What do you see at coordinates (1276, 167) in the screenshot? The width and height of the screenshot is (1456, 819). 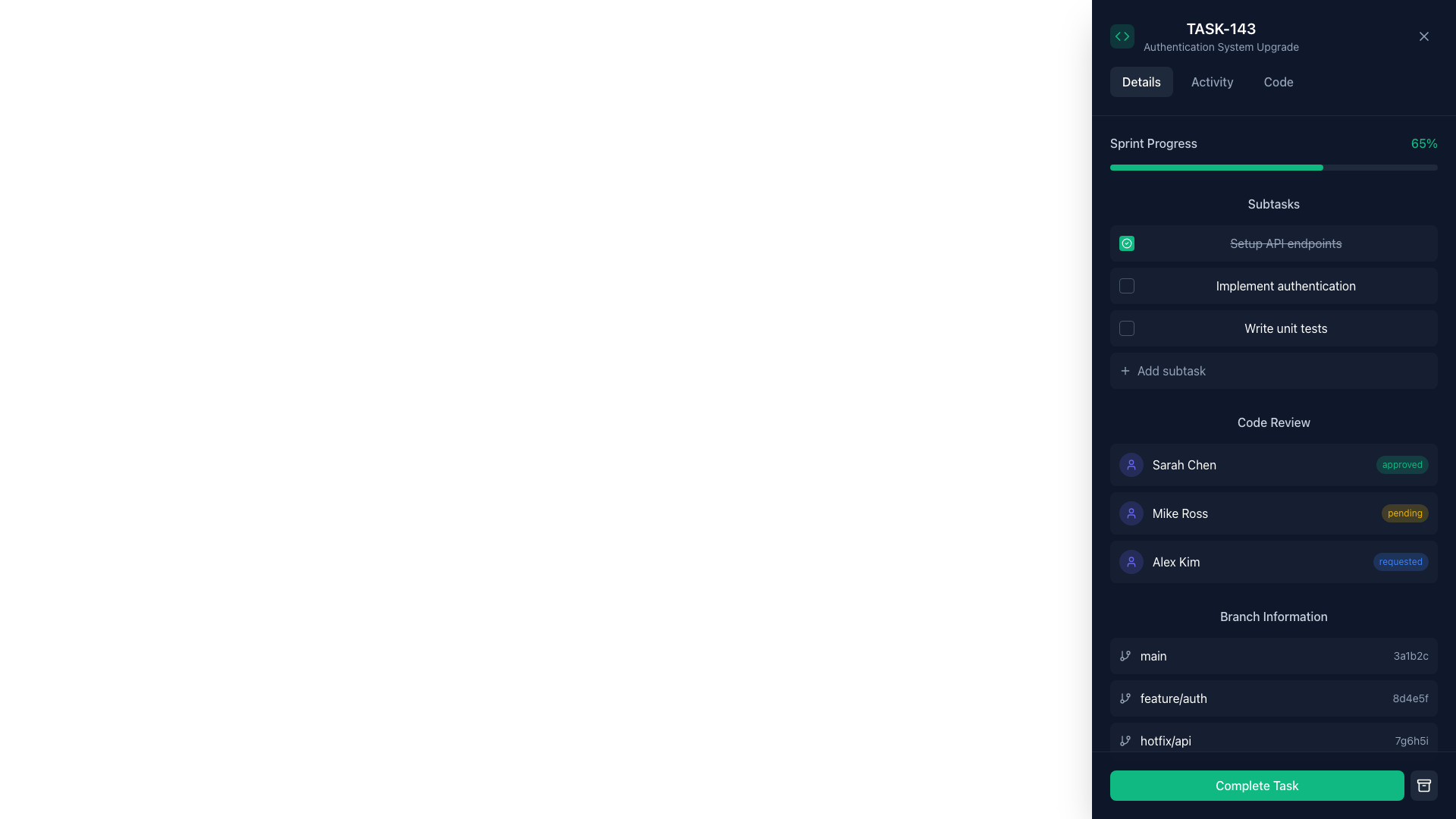 I see `progress value` at bounding box center [1276, 167].